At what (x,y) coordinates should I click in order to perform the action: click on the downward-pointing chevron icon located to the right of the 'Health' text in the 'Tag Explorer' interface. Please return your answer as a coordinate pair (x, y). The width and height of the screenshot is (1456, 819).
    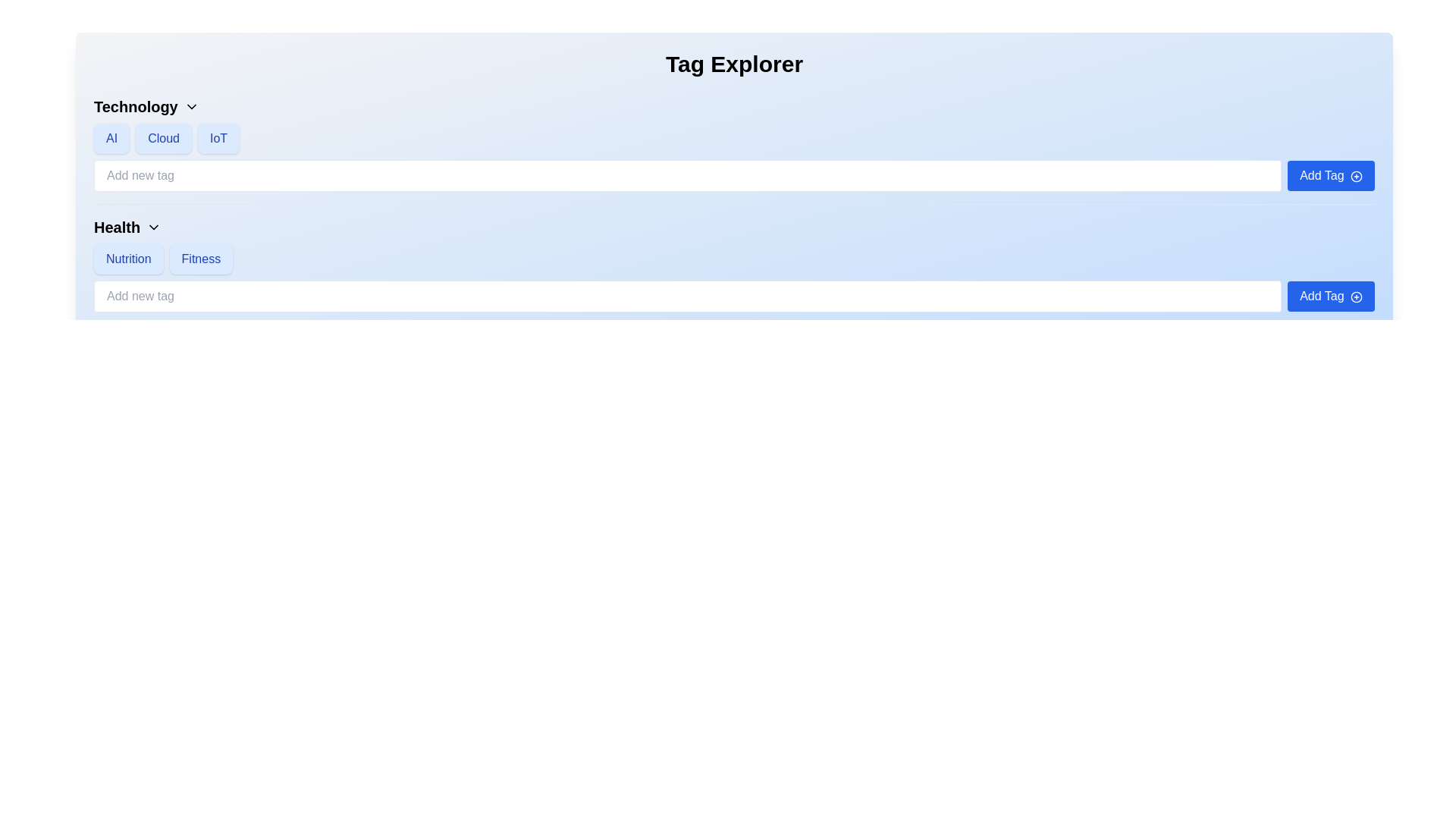
    Looking at the image, I should click on (154, 227).